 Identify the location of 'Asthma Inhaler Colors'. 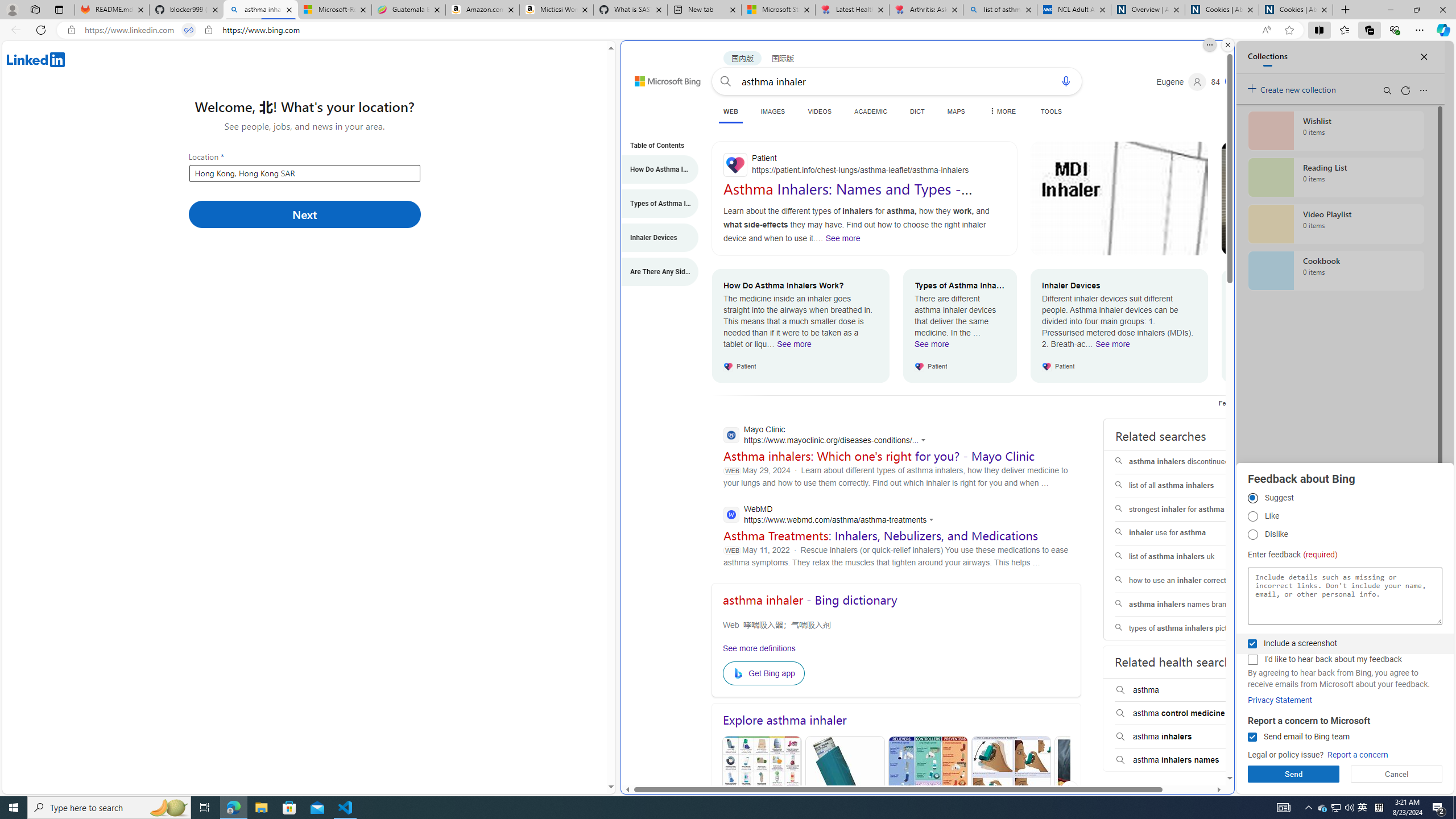
(760, 790).